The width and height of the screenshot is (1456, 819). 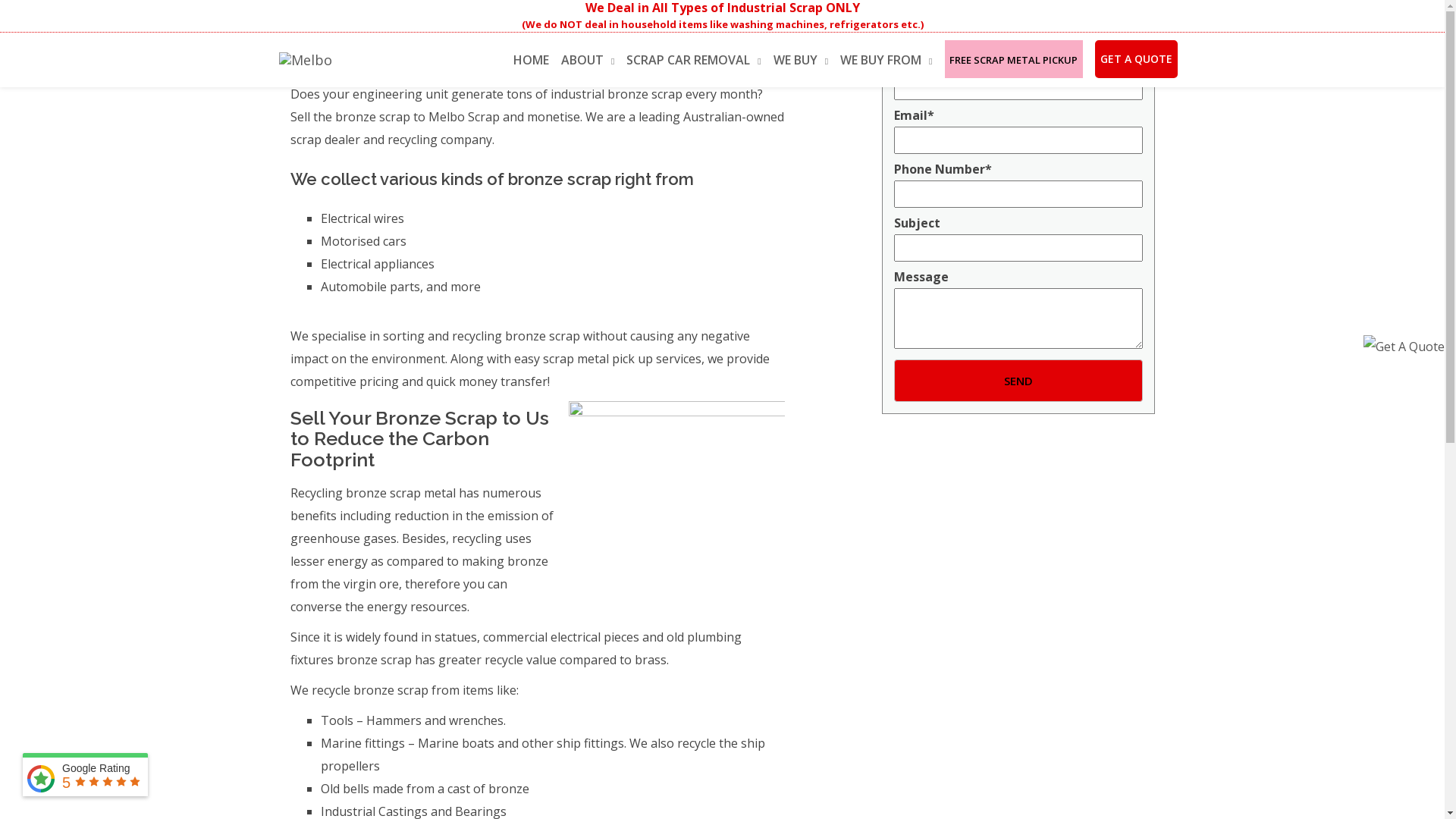 I want to click on 'WE BUY', so click(x=800, y=58).